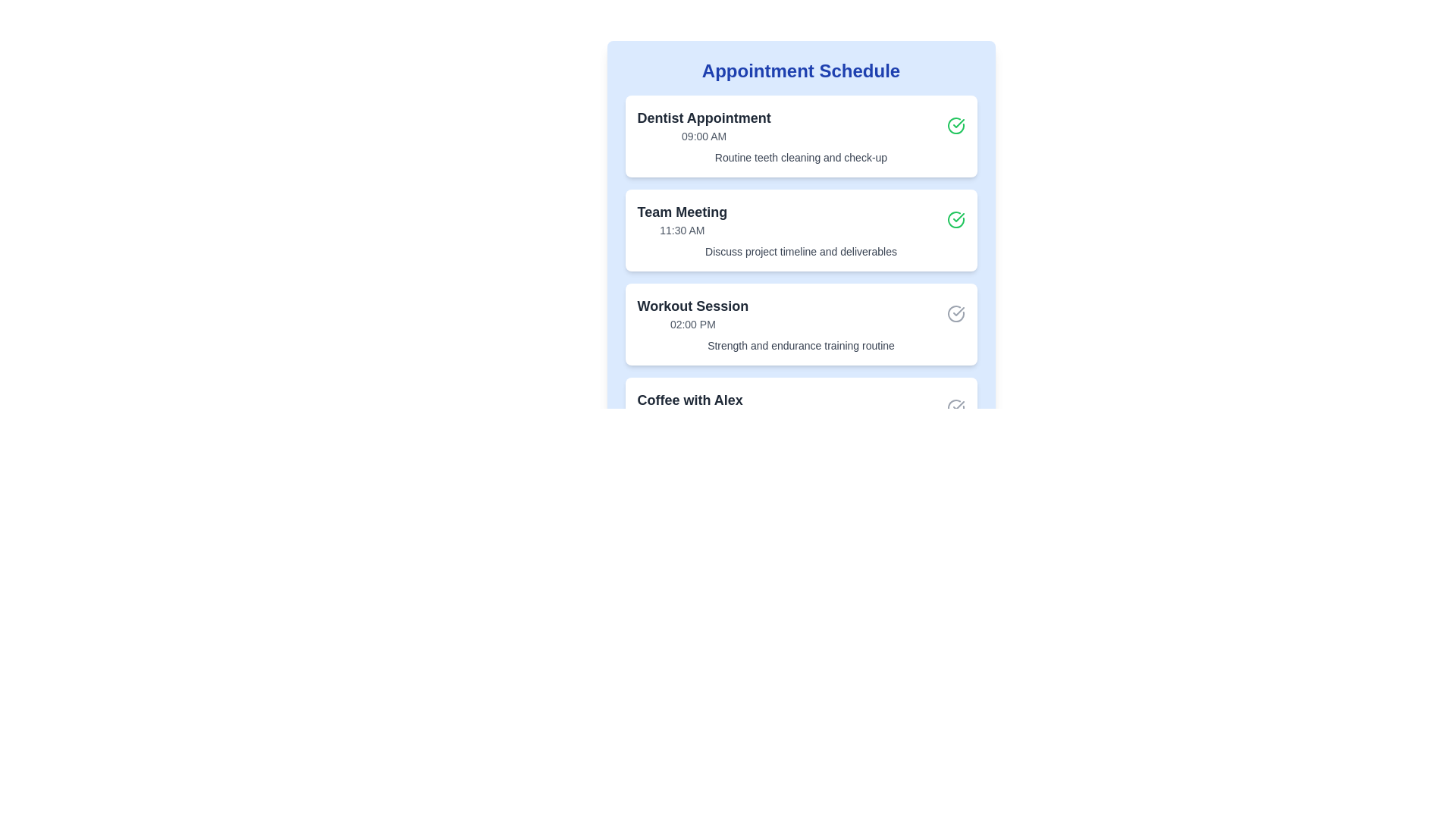  What do you see at coordinates (800, 158) in the screenshot?
I see `the Text Label providing additional information about the 'Dentist Appointment' located in the second block under the heading and time text ('09:00 AM')` at bounding box center [800, 158].